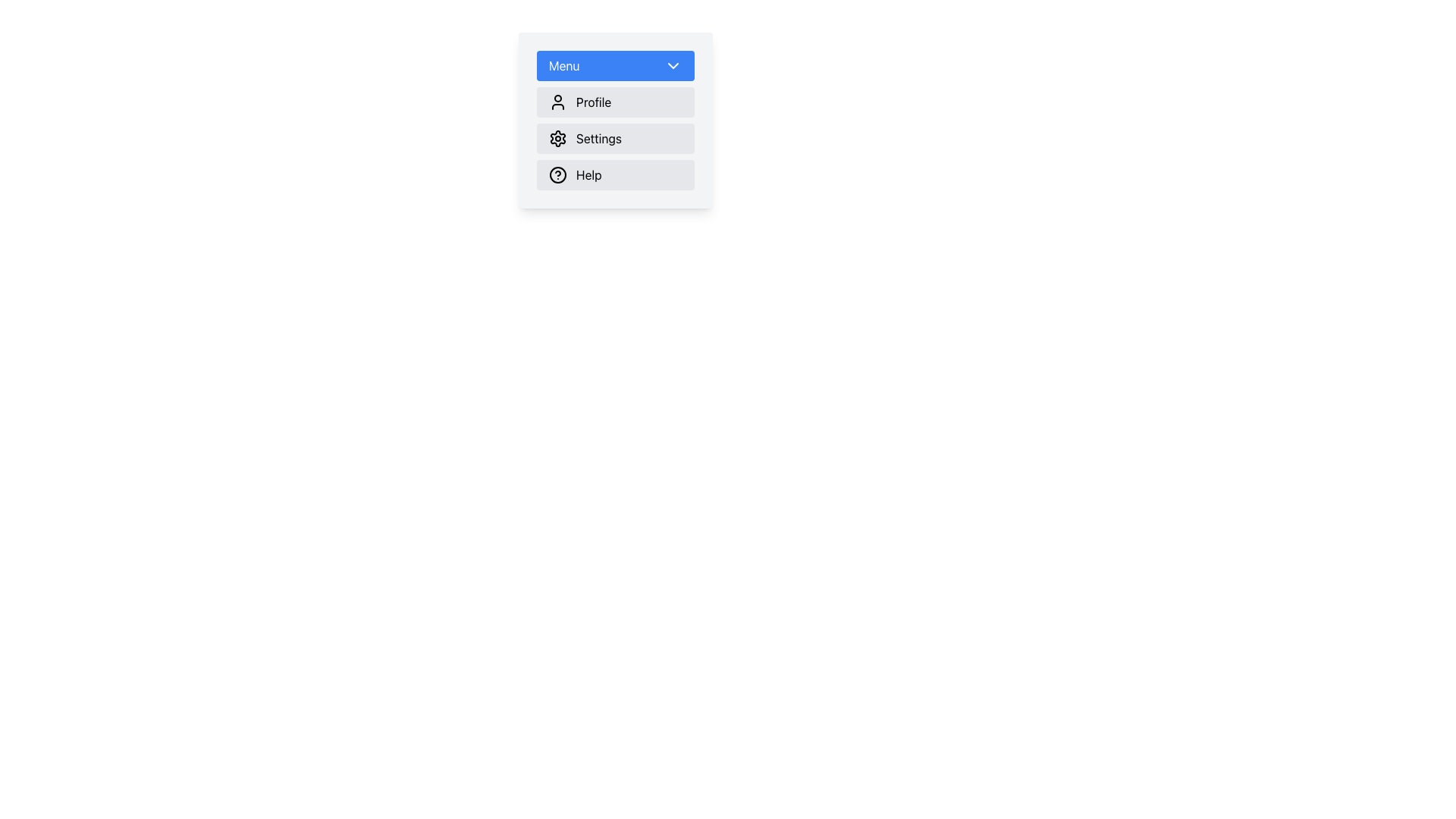 This screenshot has width=1456, height=819. Describe the element at coordinates (615, 138) in the screenshot. I see `the second item in the dropdown menu labeled 'Menu'` at that location.